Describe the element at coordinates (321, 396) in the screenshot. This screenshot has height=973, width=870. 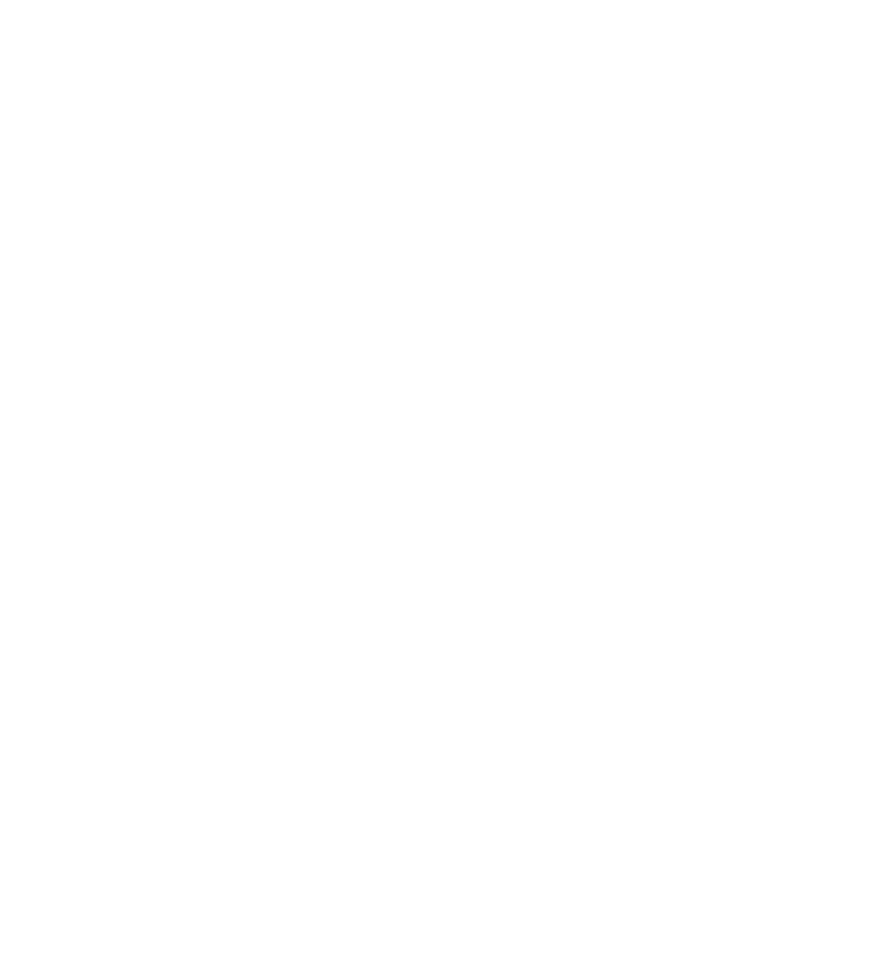
I see `'JBL Unveils IRX ONE All-in-One Column PA'` at that location.